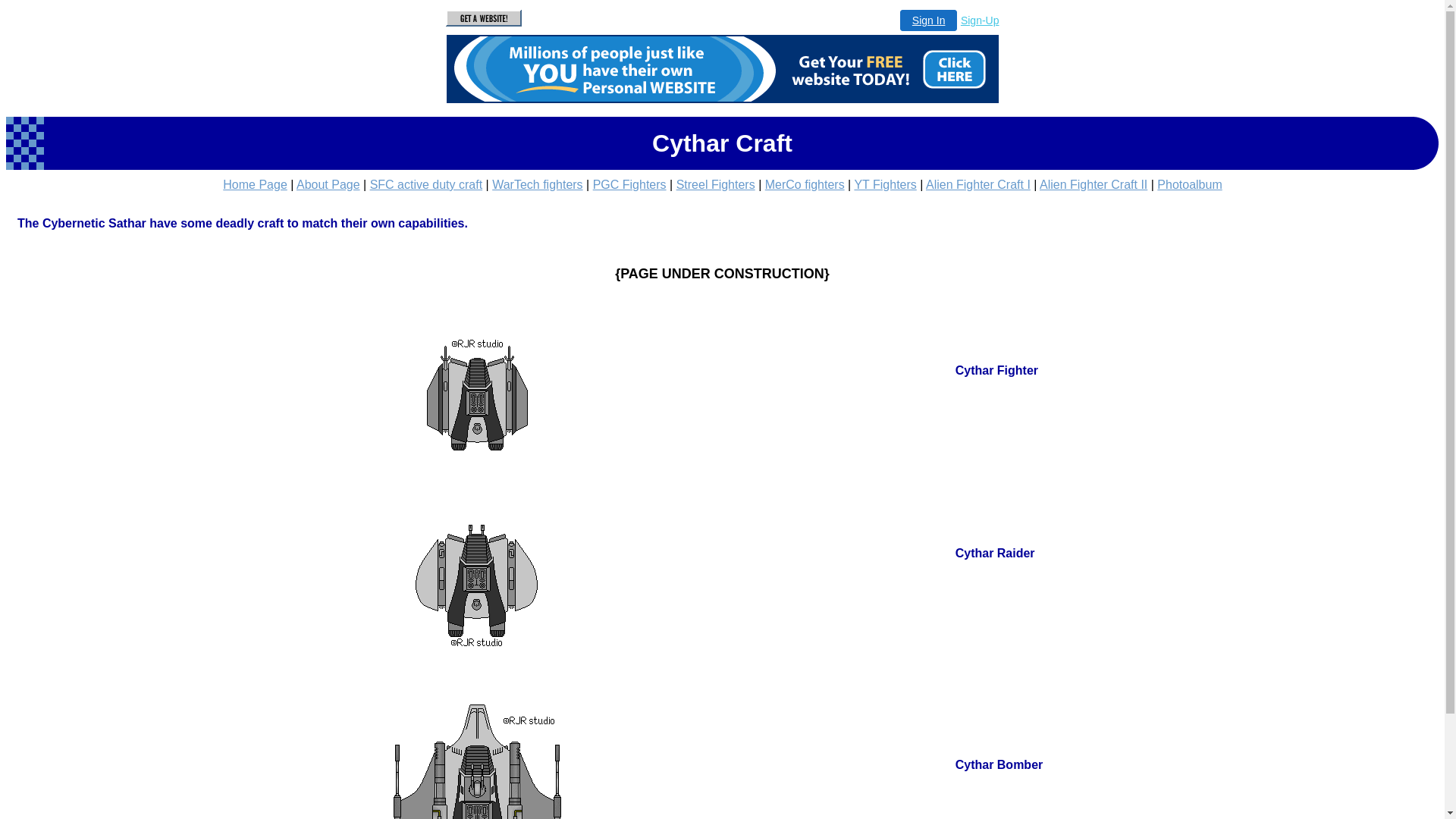  What do you see at coordinates (927, 20) in the screenshot?
I see `'Sign In'` at bounding box center [927, 20].